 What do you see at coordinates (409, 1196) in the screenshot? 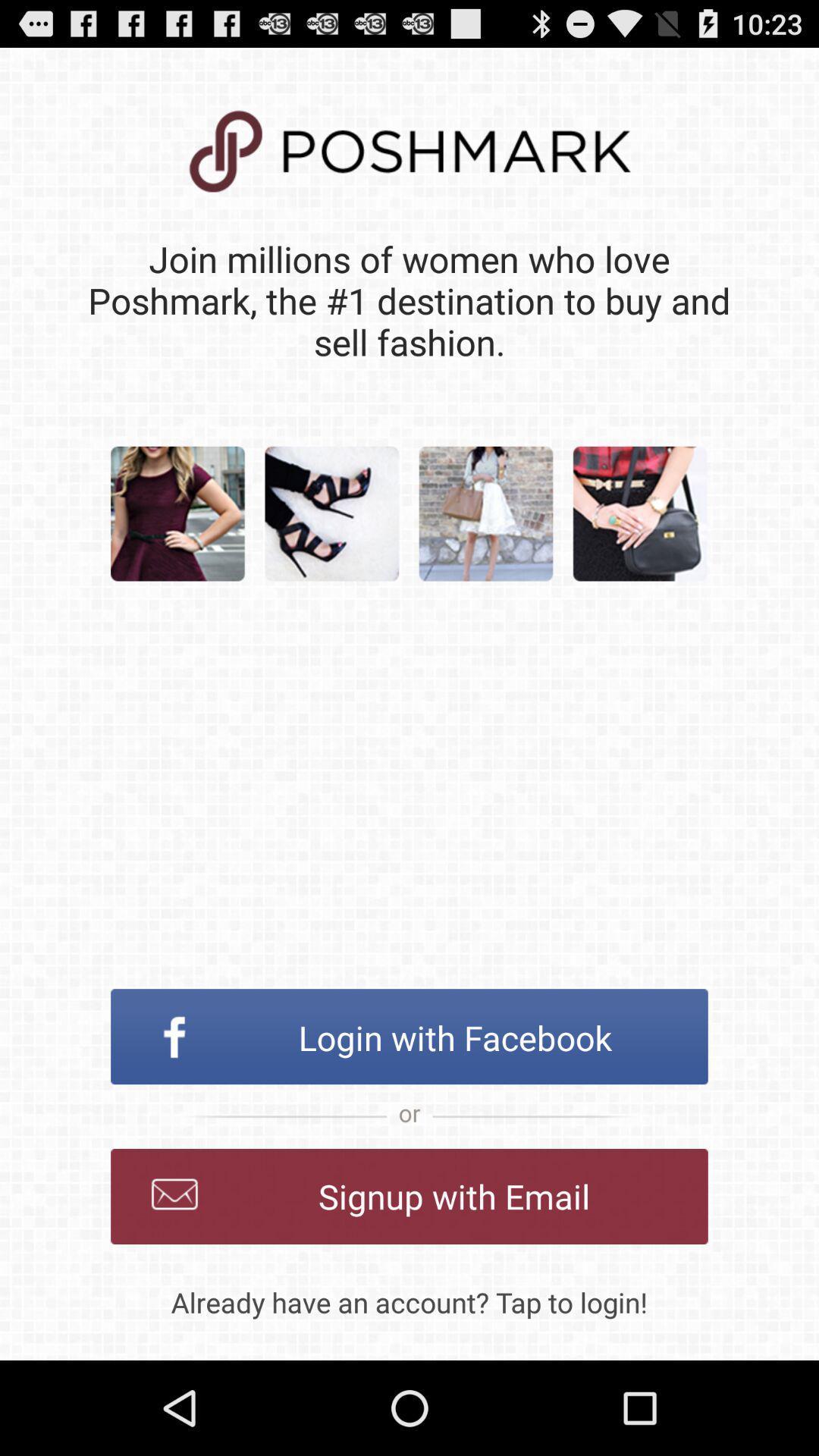
I see `icon above already have an item` at bounding box center [409, 1196].